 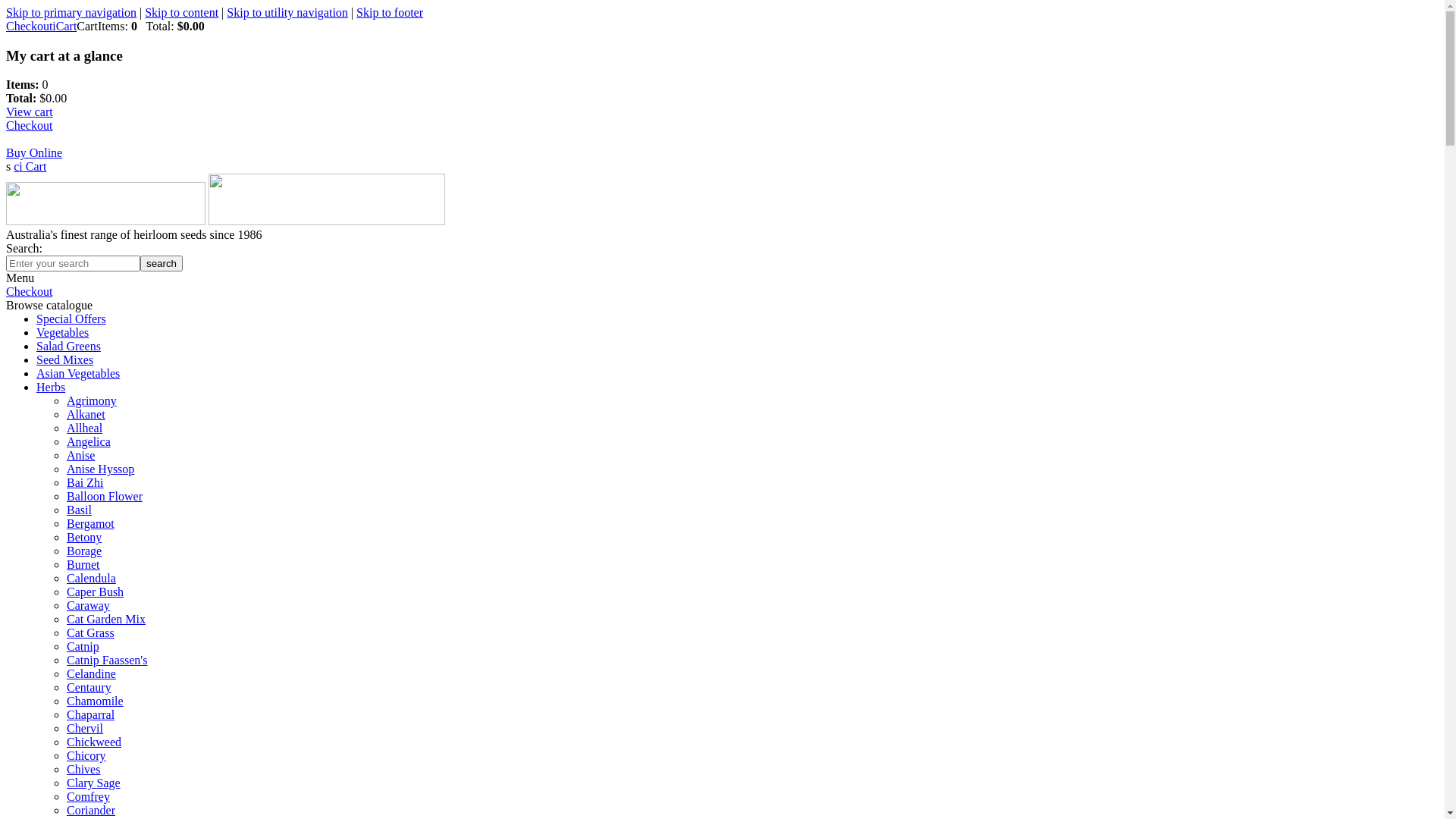 I want to click on 'Allheal', so click(x=83, y=428).